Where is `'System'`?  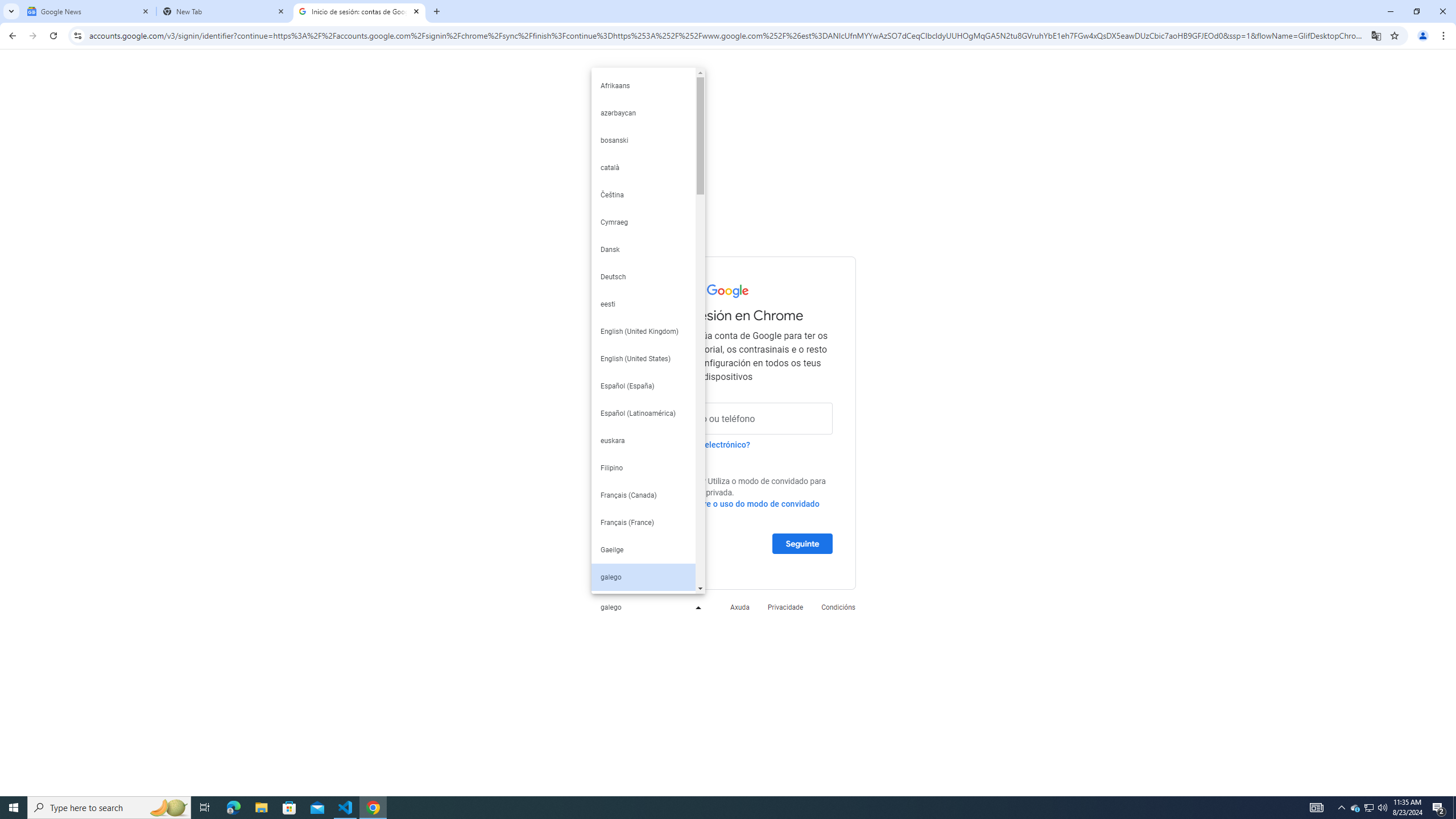 'System' is located at coordinates (6, 5).